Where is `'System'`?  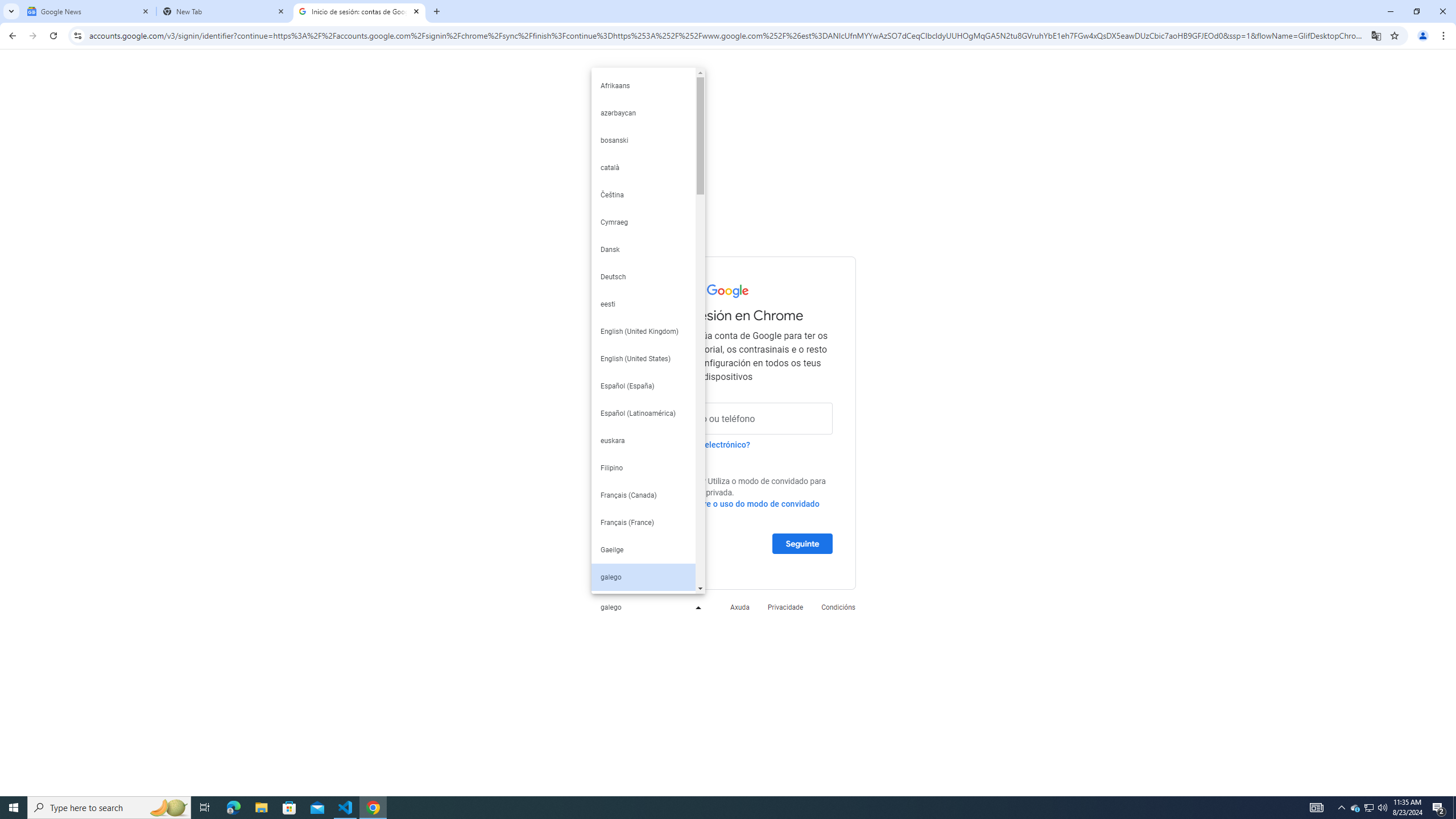 'System' is located at coordinates (6, 5).